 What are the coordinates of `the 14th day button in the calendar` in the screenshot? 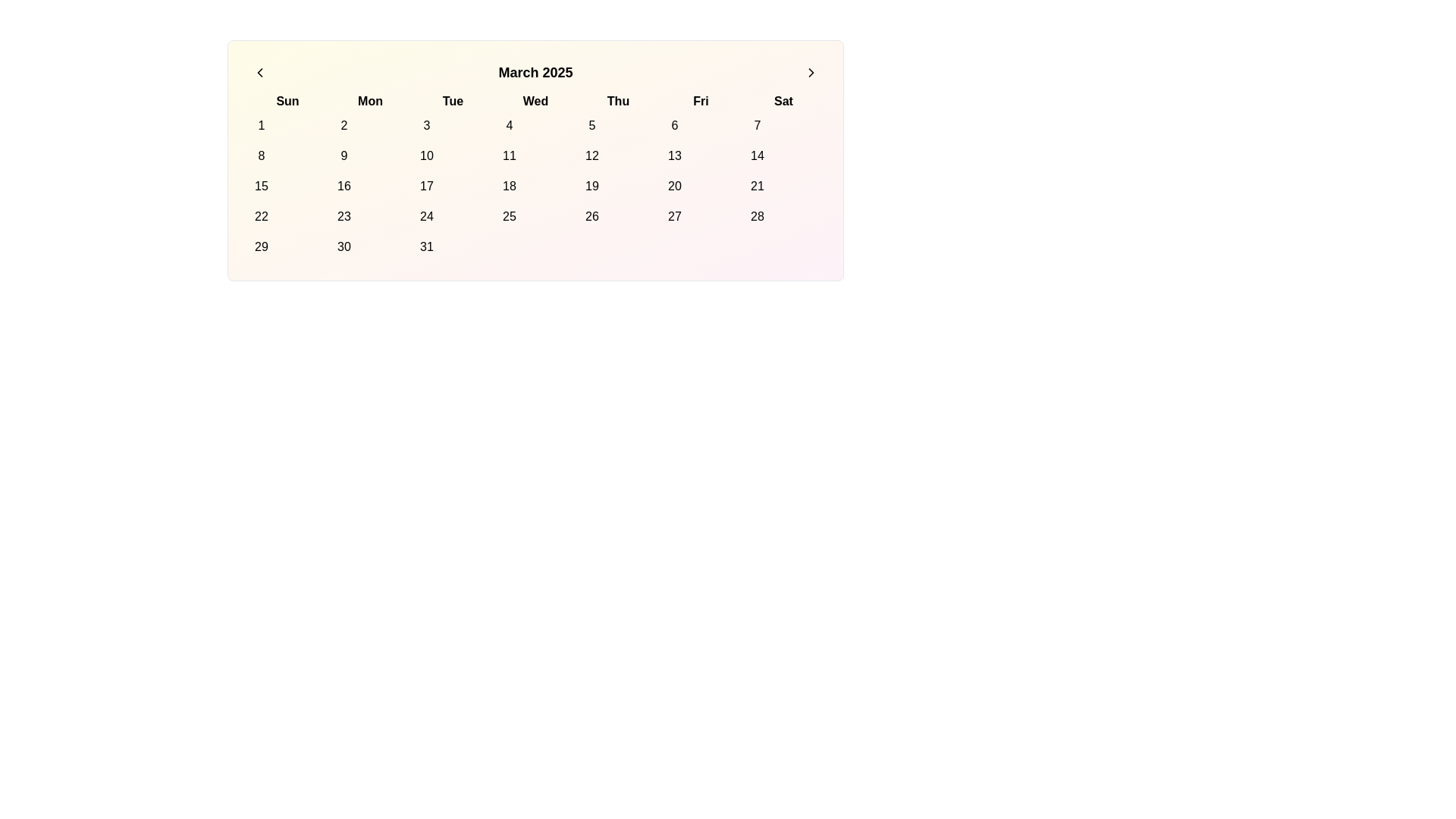 It's located at (757, 155).